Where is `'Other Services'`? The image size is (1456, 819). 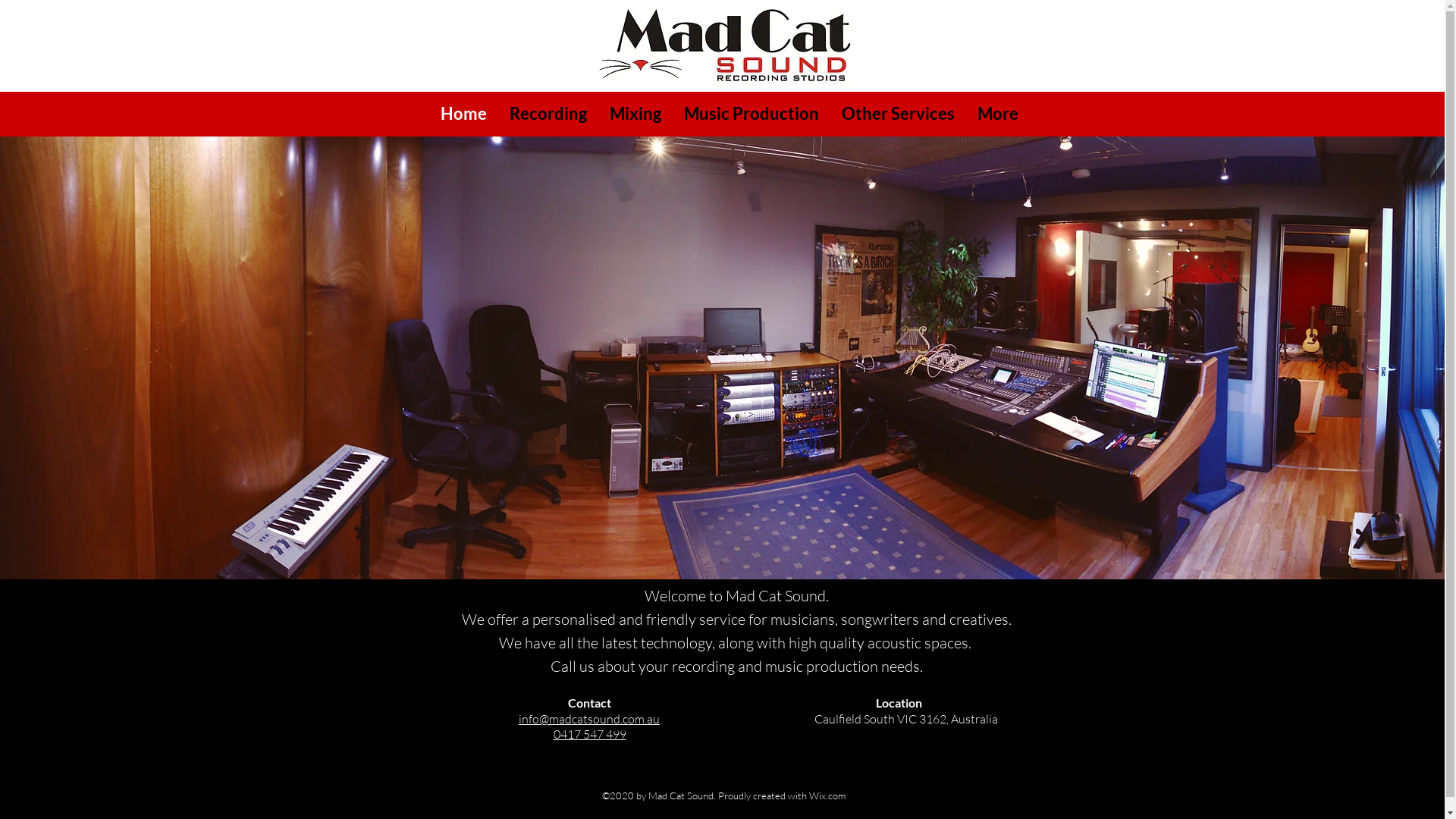 'Other Services' is located at coordinates (897, 113).